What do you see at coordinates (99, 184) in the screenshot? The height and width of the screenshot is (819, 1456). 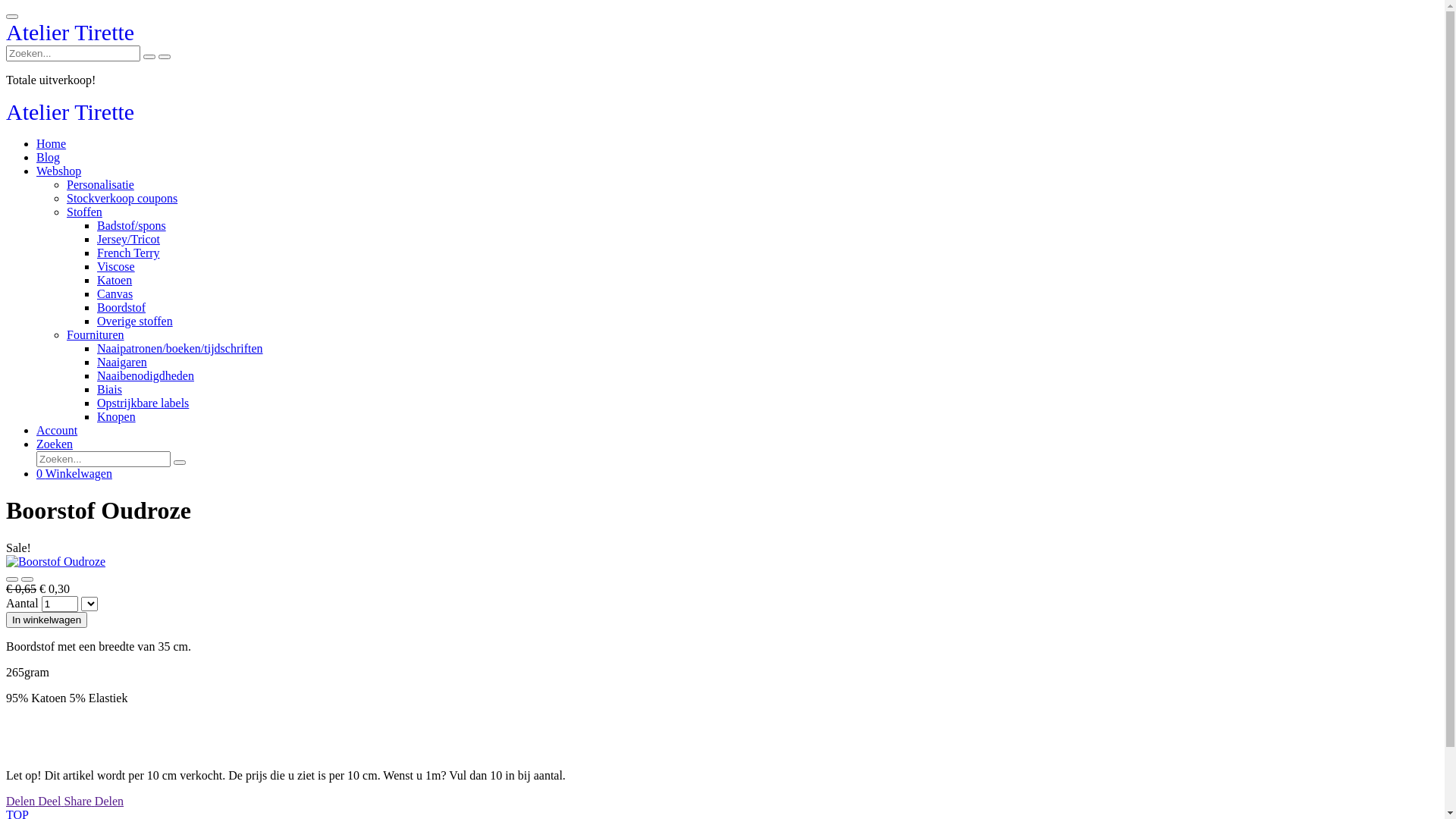 I see `'Personalisatie'` at bounding box center [99, 184].